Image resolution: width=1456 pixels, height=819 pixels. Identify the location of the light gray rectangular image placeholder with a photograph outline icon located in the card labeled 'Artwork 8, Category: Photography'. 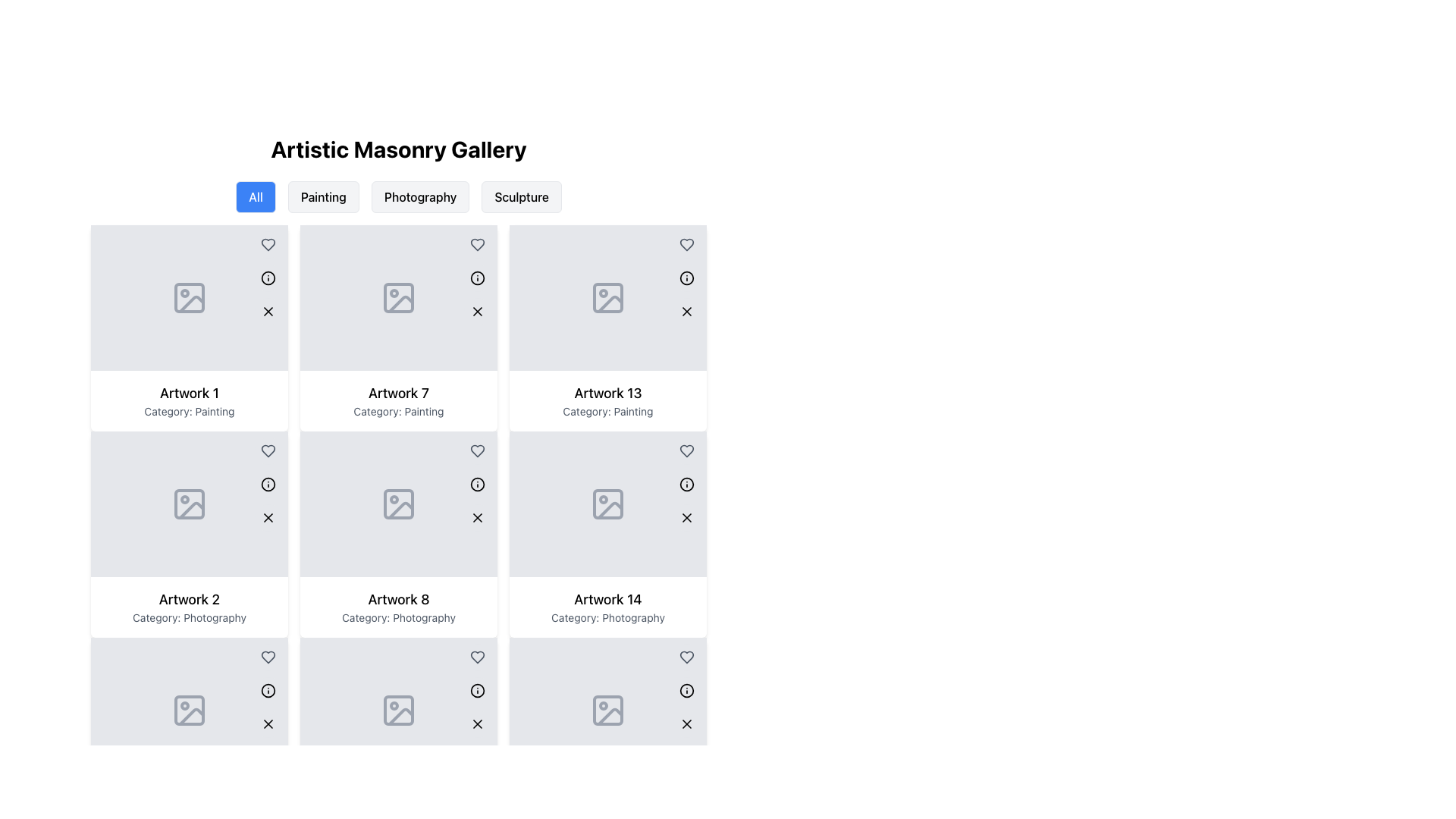
(399, 711).